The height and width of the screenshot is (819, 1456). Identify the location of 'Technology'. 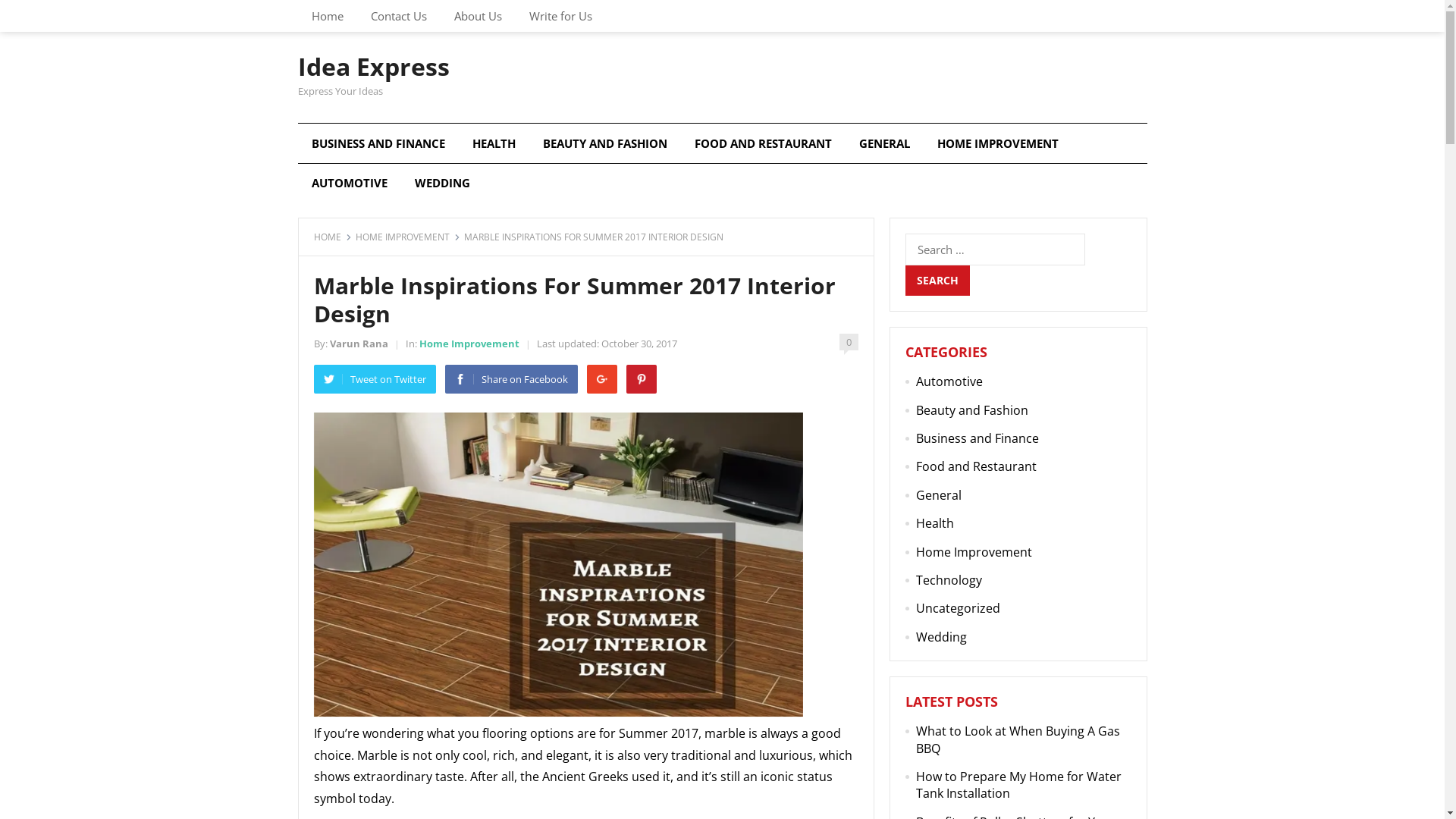
(915, 579).